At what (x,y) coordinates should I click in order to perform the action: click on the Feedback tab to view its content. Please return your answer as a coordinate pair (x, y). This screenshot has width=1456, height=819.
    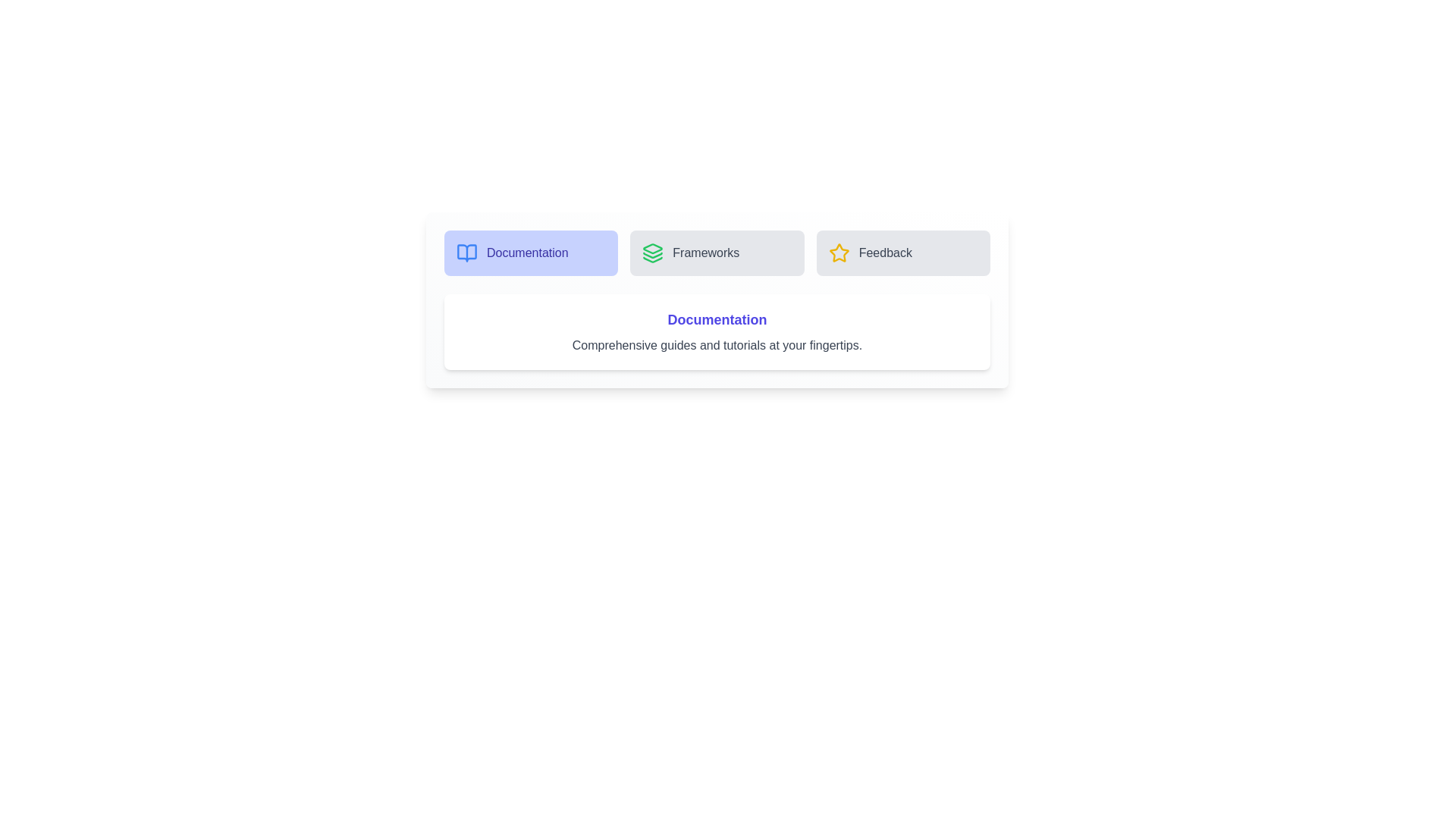
    Looking at the image, I should click on (903, 253).